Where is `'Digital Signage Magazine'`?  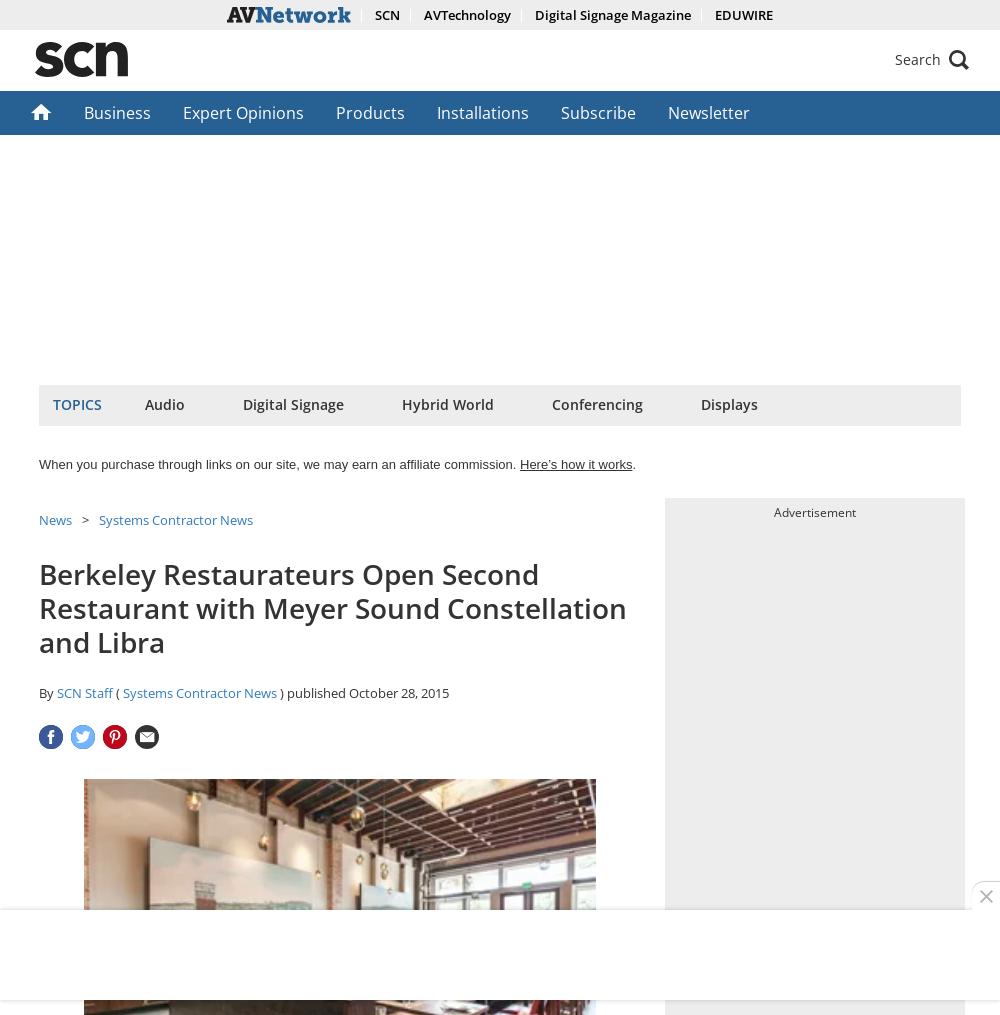
'Digital Signage Magazine' is located at coordinates (534, 14).